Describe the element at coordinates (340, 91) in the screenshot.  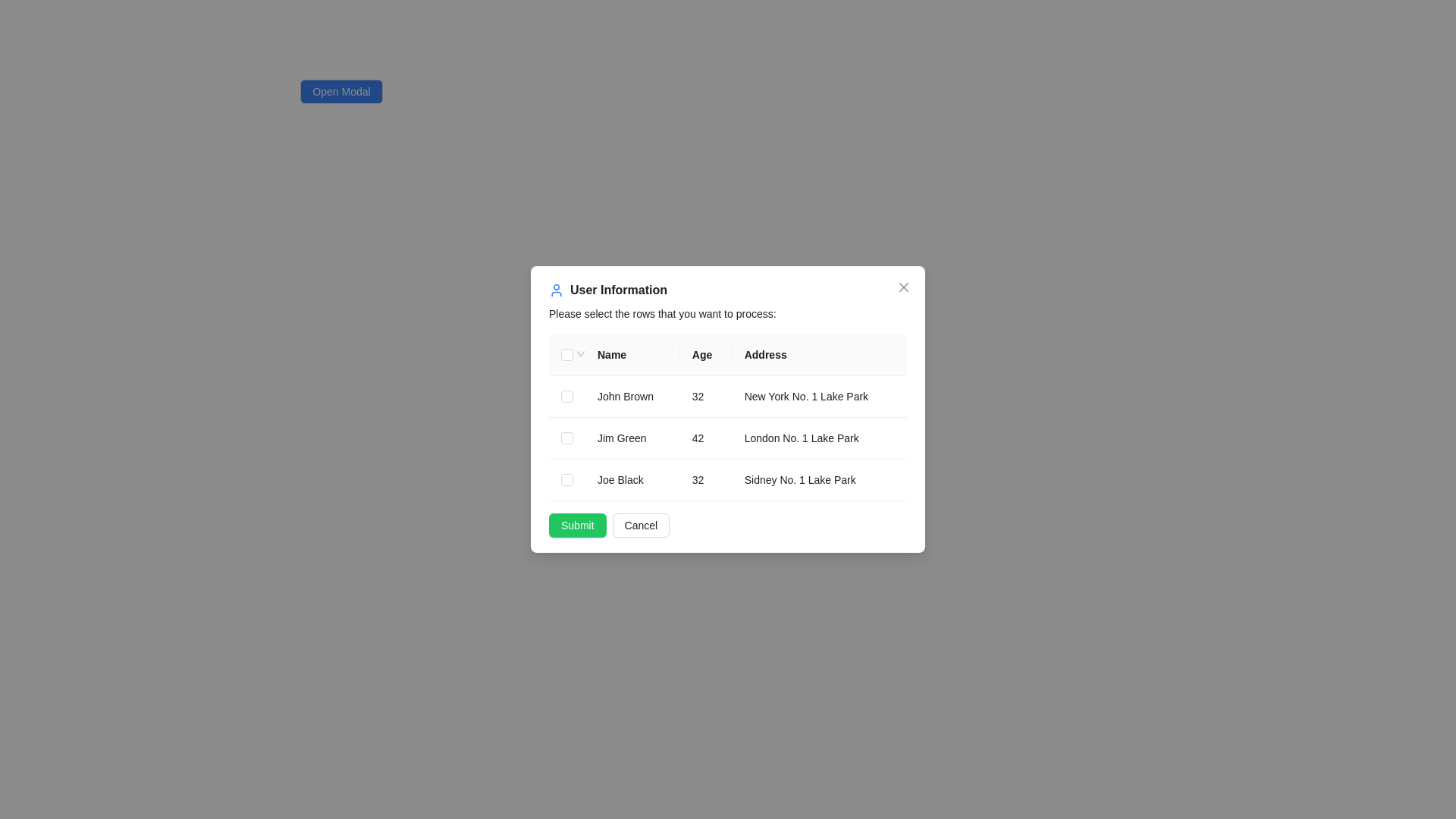
I see `the text within the button that signals its purpose, located in the upper central area of the interface` at that location.